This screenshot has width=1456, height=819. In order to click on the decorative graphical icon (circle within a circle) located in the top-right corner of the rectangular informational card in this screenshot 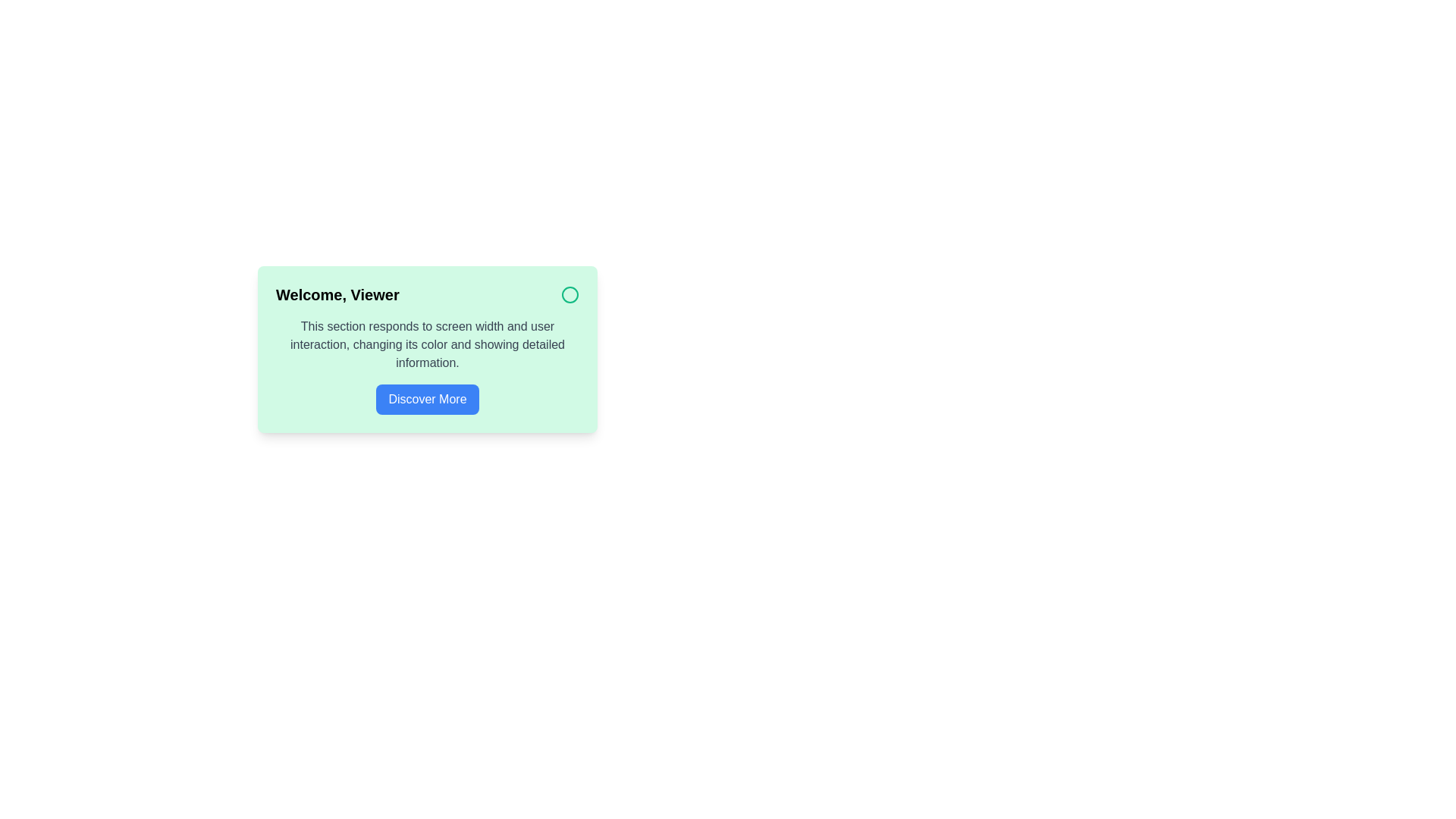, I will do `click(570, 295)`.